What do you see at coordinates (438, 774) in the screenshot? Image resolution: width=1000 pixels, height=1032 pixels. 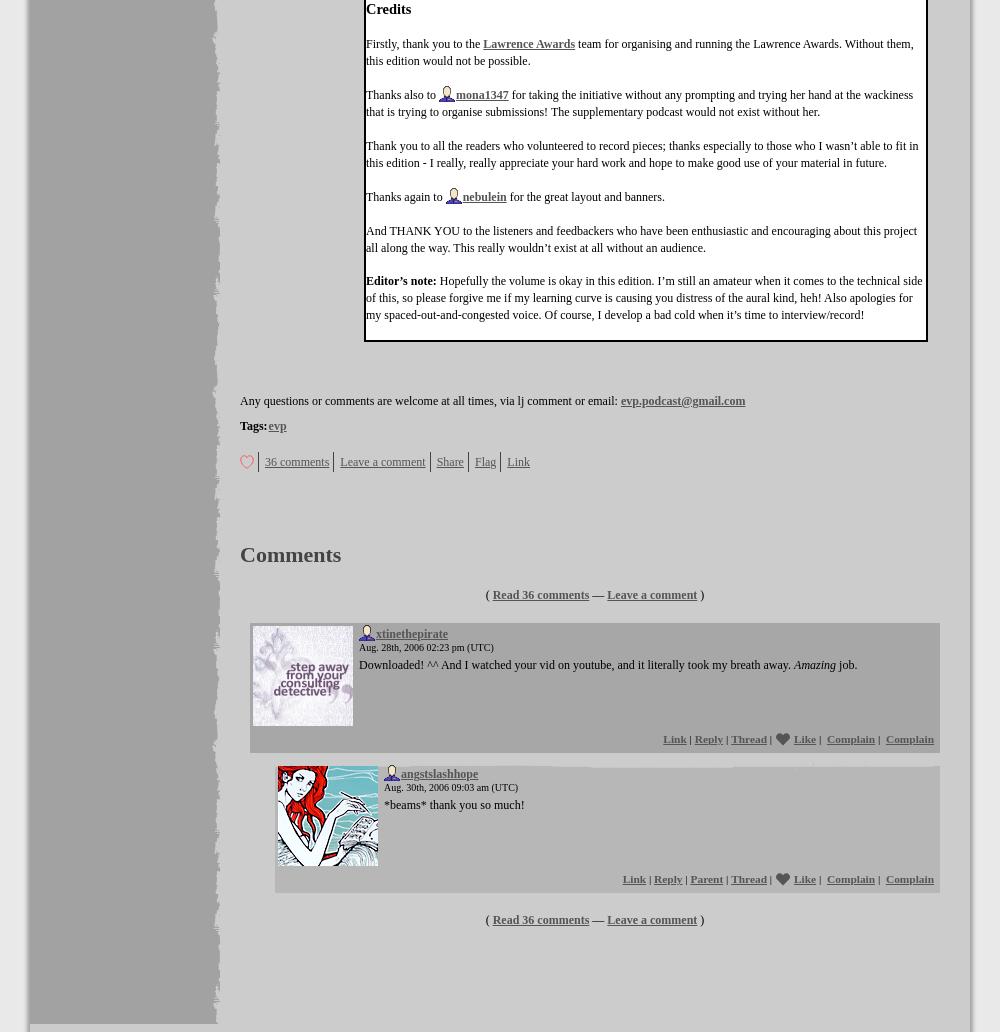 I see `'angstslashhope'` at bounding box center [438, 774].